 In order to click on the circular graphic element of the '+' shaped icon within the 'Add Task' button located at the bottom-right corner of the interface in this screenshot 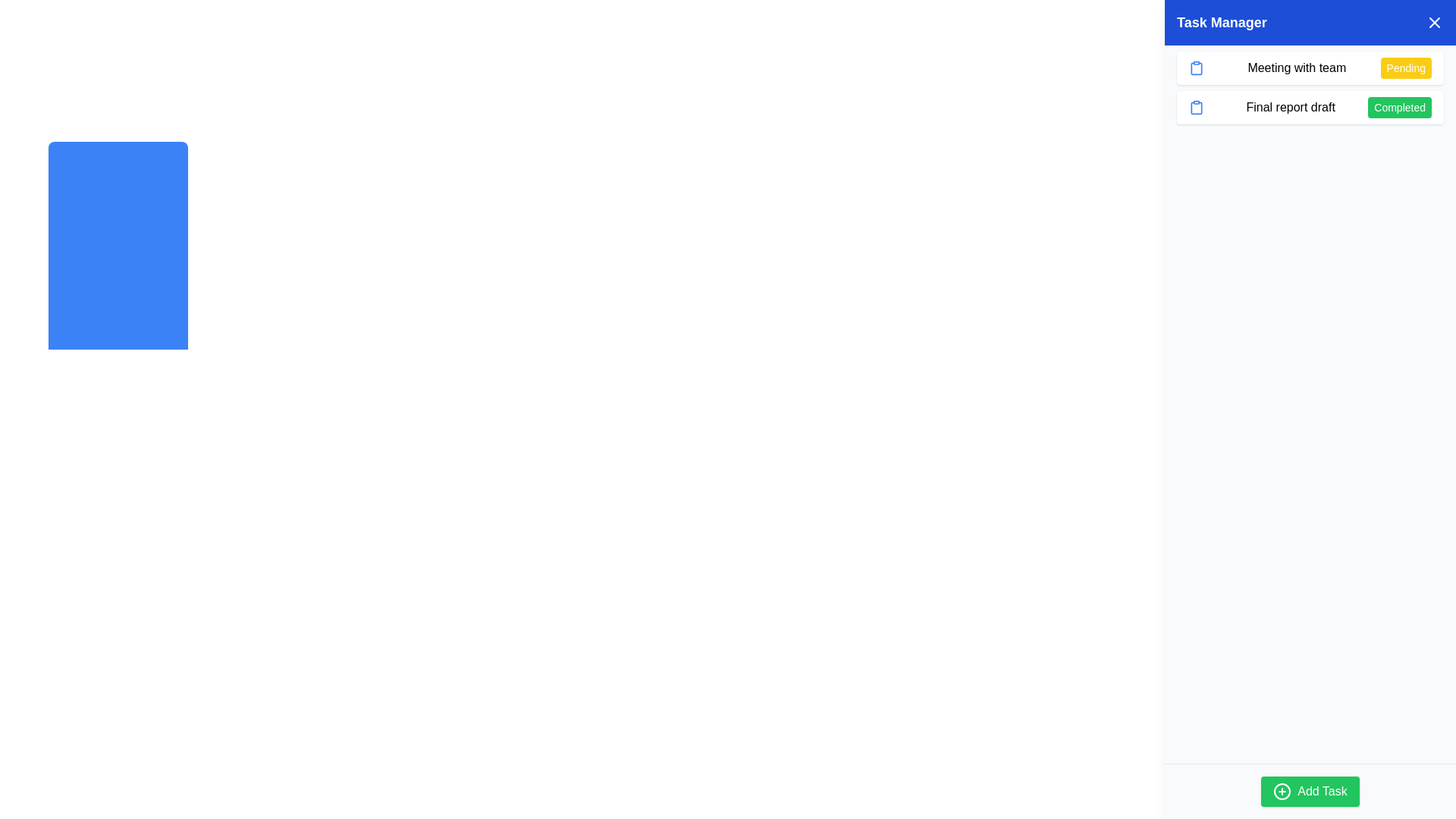, I will do `click(1282, 791)`.